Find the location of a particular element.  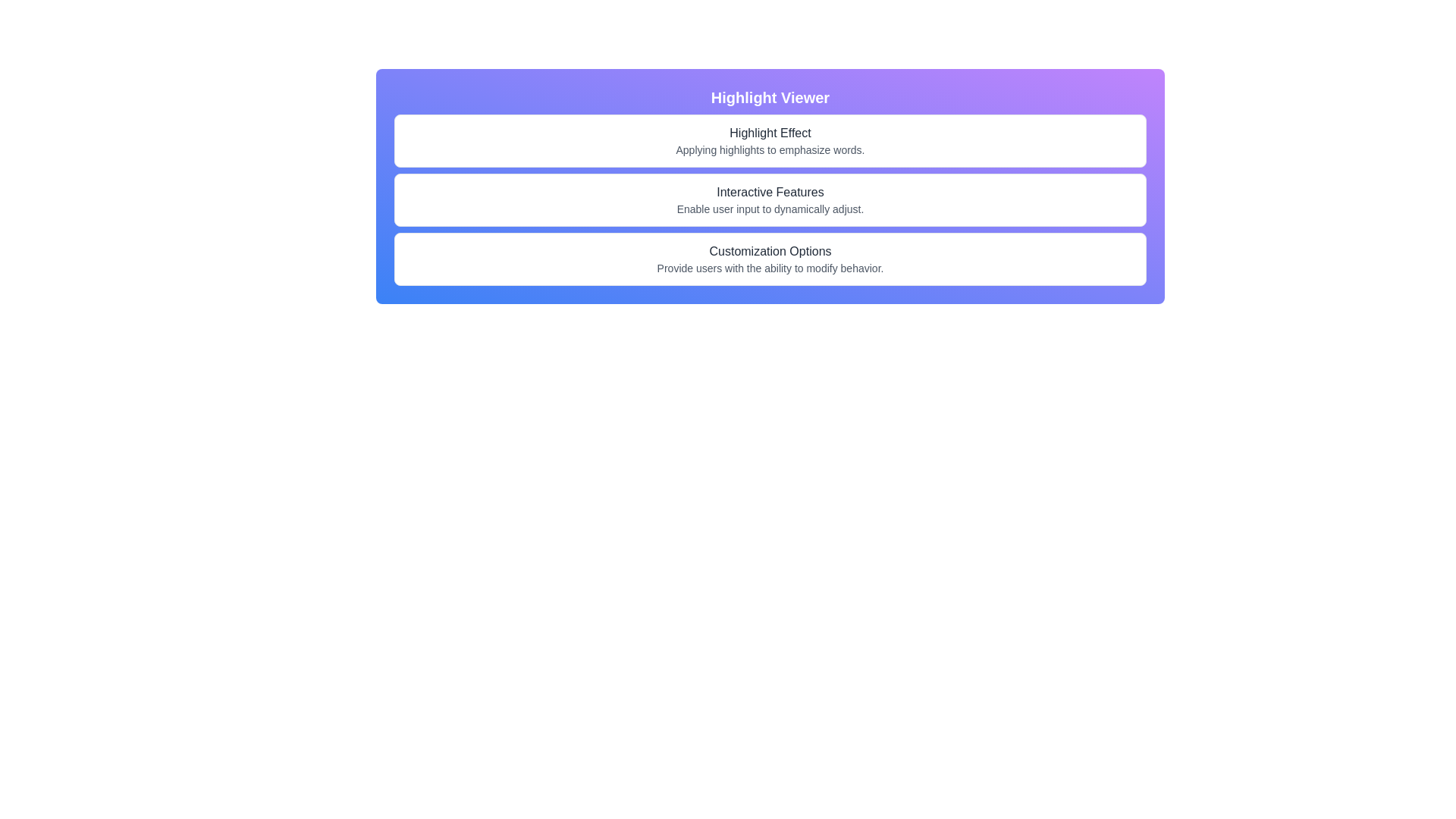

the final character of the text 'Customization Options', which is positioned towards the right edge of the text string is located at coordinates (821, 250).